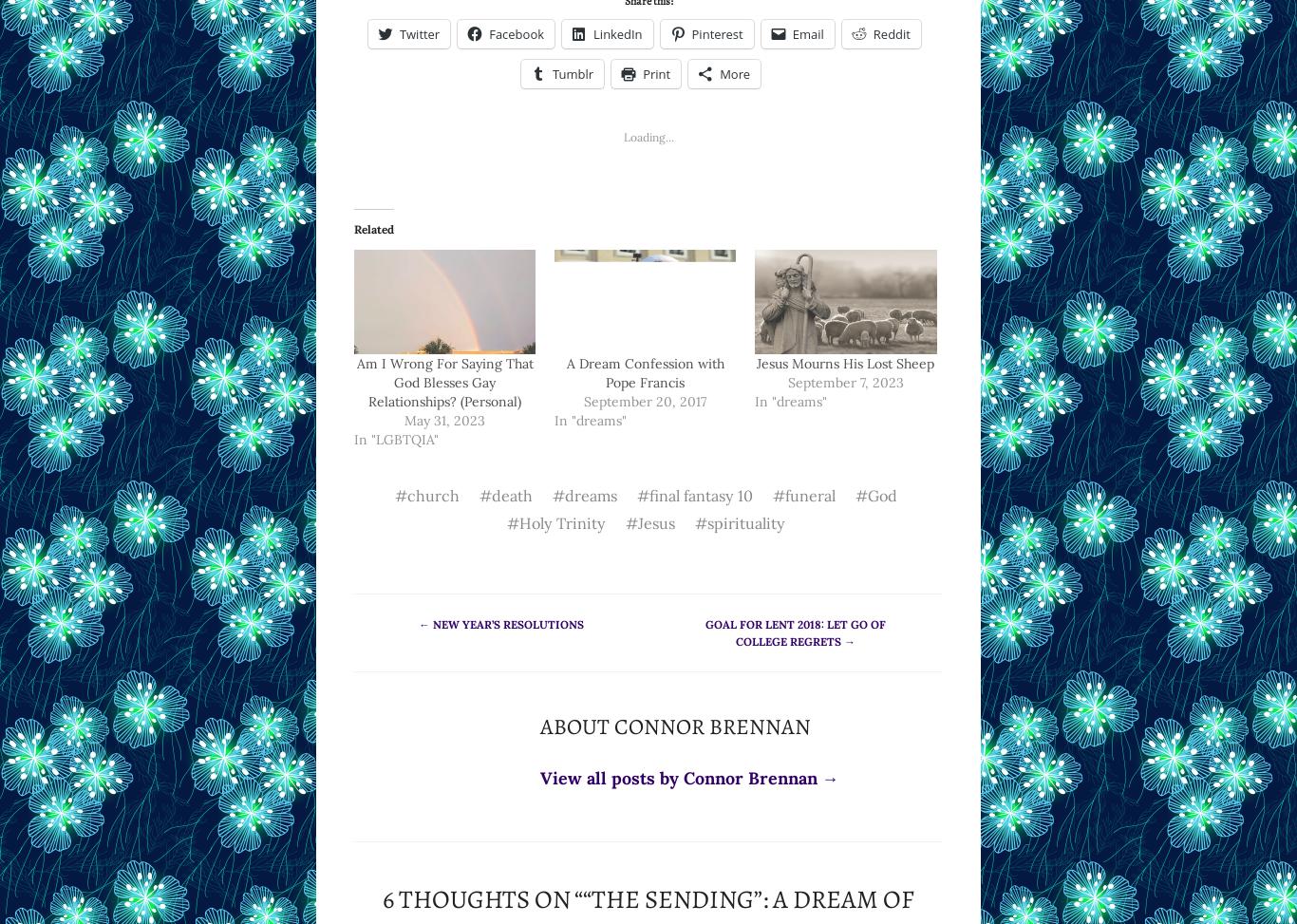 The width and height of the screenshot is (1297, 924). What do you see at coordinates (561, 521) in the screenshot?
I see `'Holy Trinity'` at bounding box center [561, 521].